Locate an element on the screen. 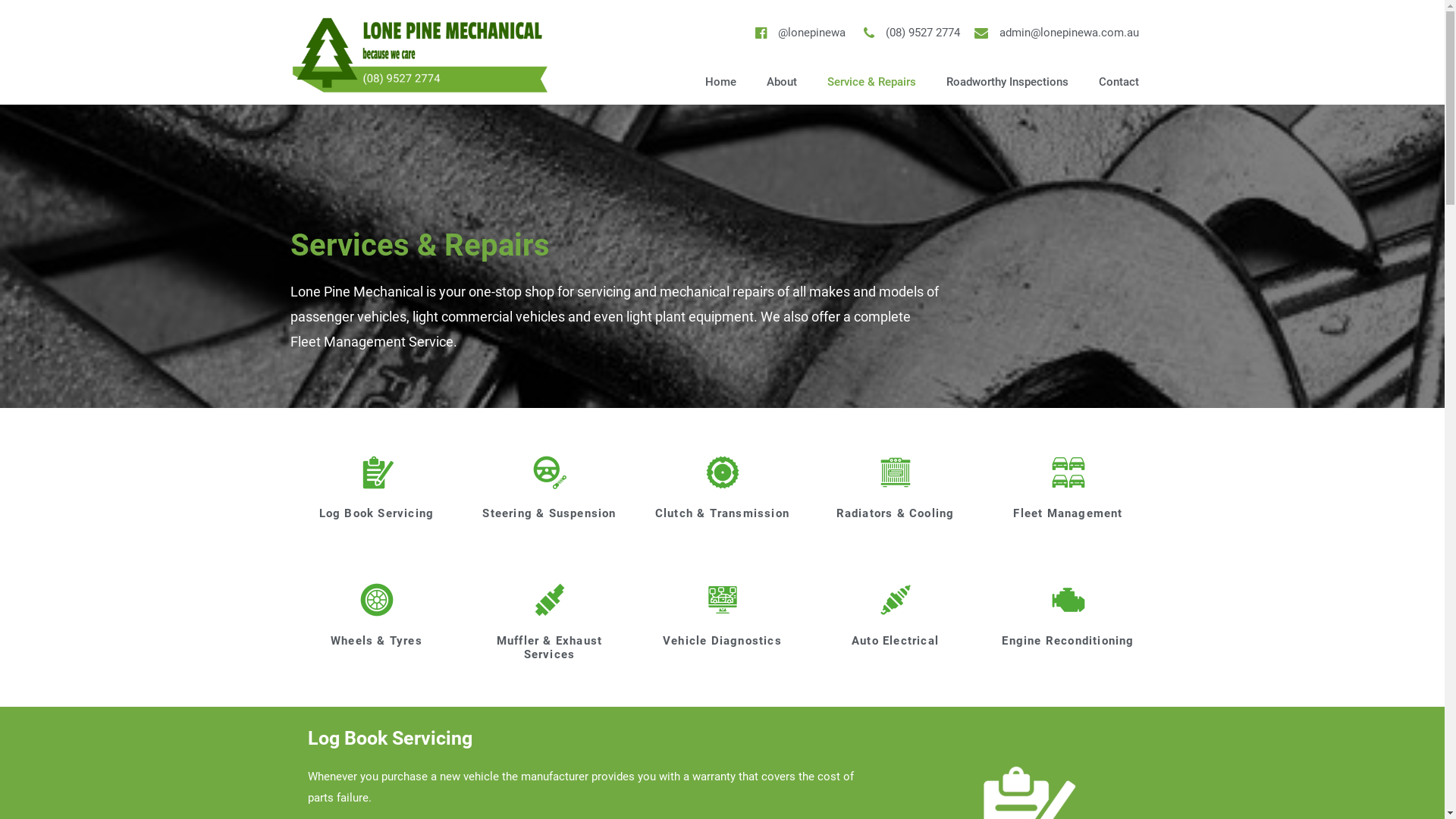 The height and width of the screenshot is (819, 1456). 'Auto Electrical' is located at coordinates (852, 640).